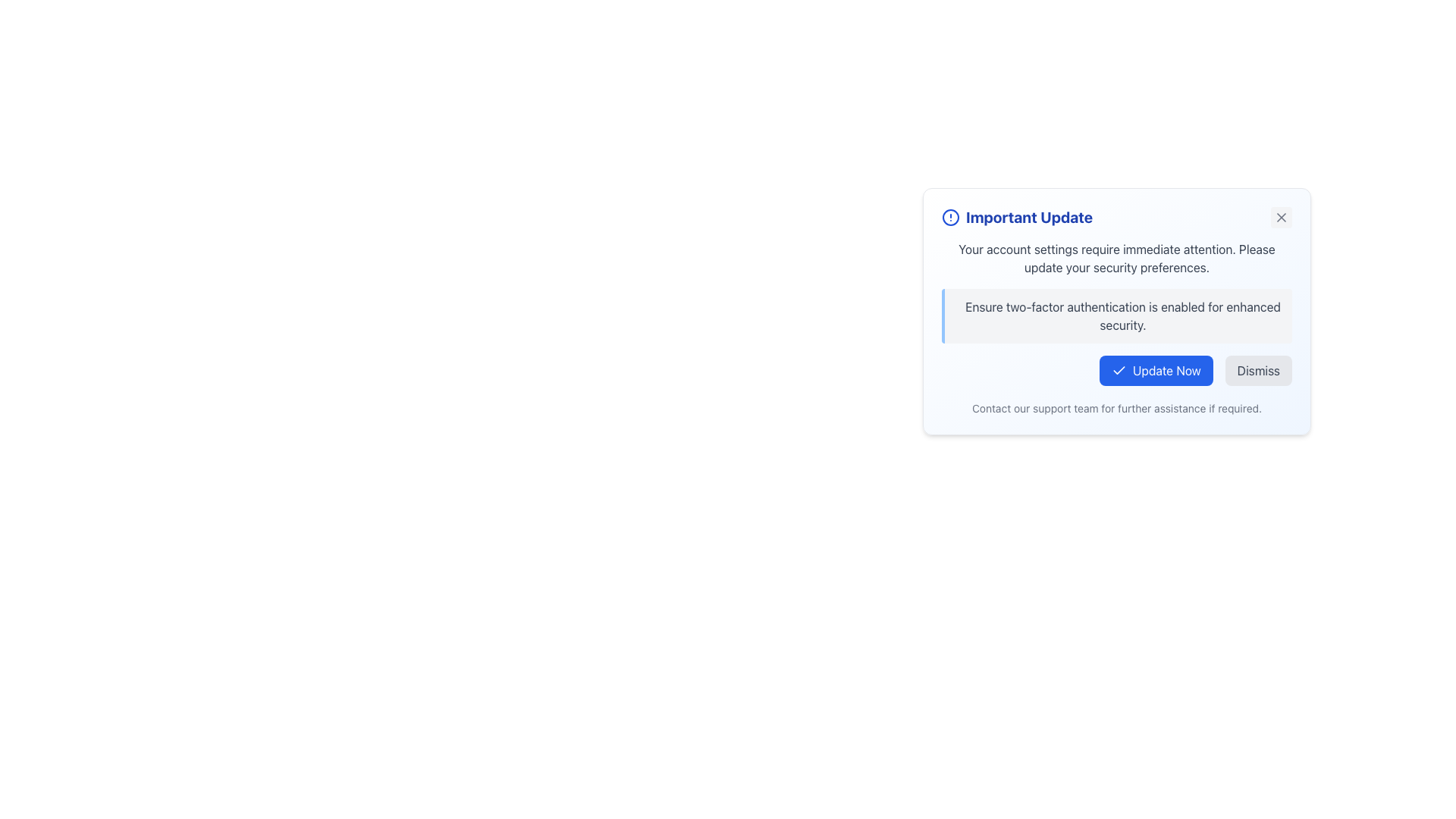  Describe the element at coordinates (949, 217) in the screenshot. I see `the icon located to the very left side of the header labeled 'Important Update' at the top of the notification card` at that location.